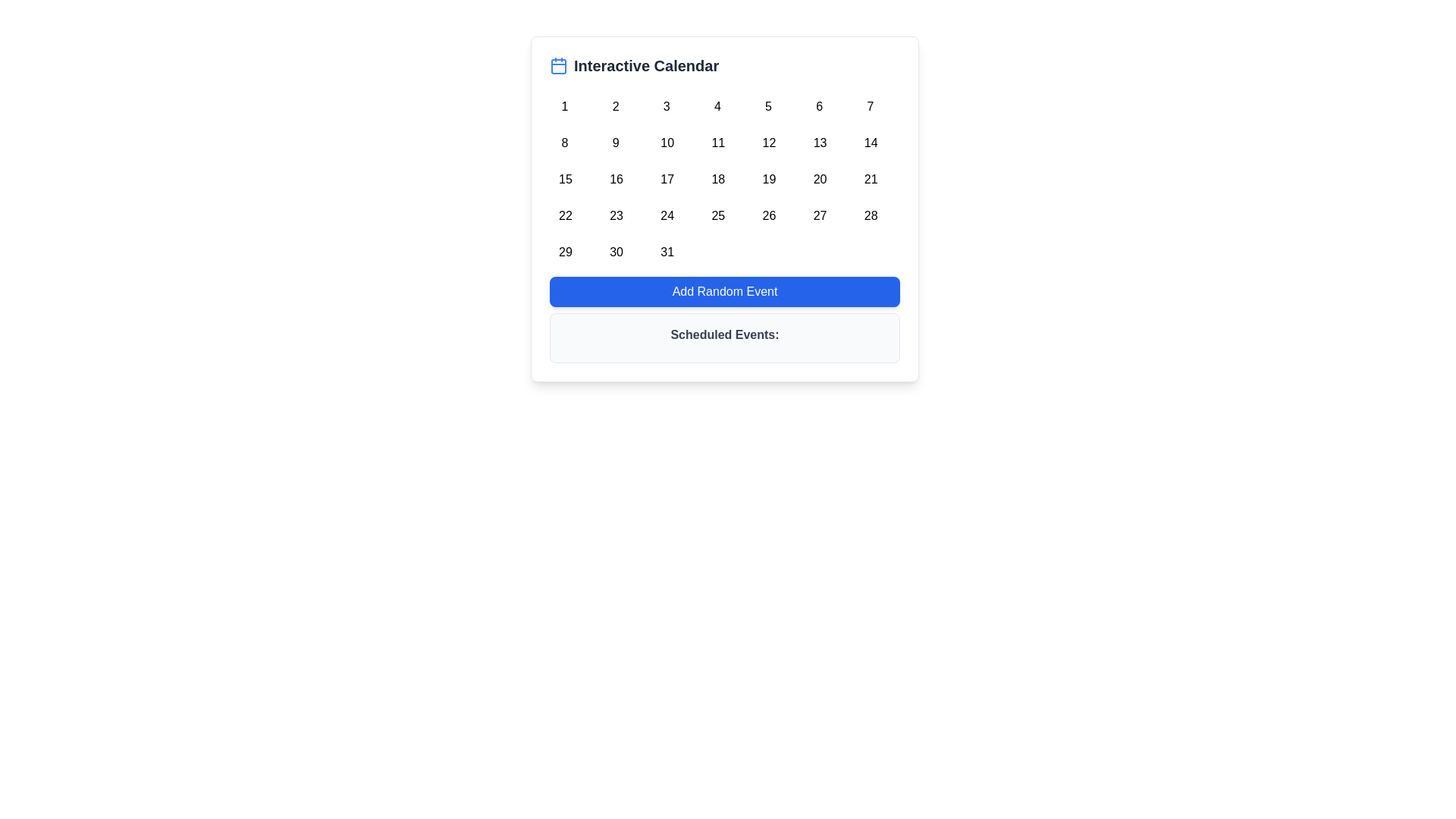  What do you see at coordinates (768, 103) in the screenshot?
I see `the square button labeled '5' in the first row of the calendar grid` at bounding box center [768, 103].